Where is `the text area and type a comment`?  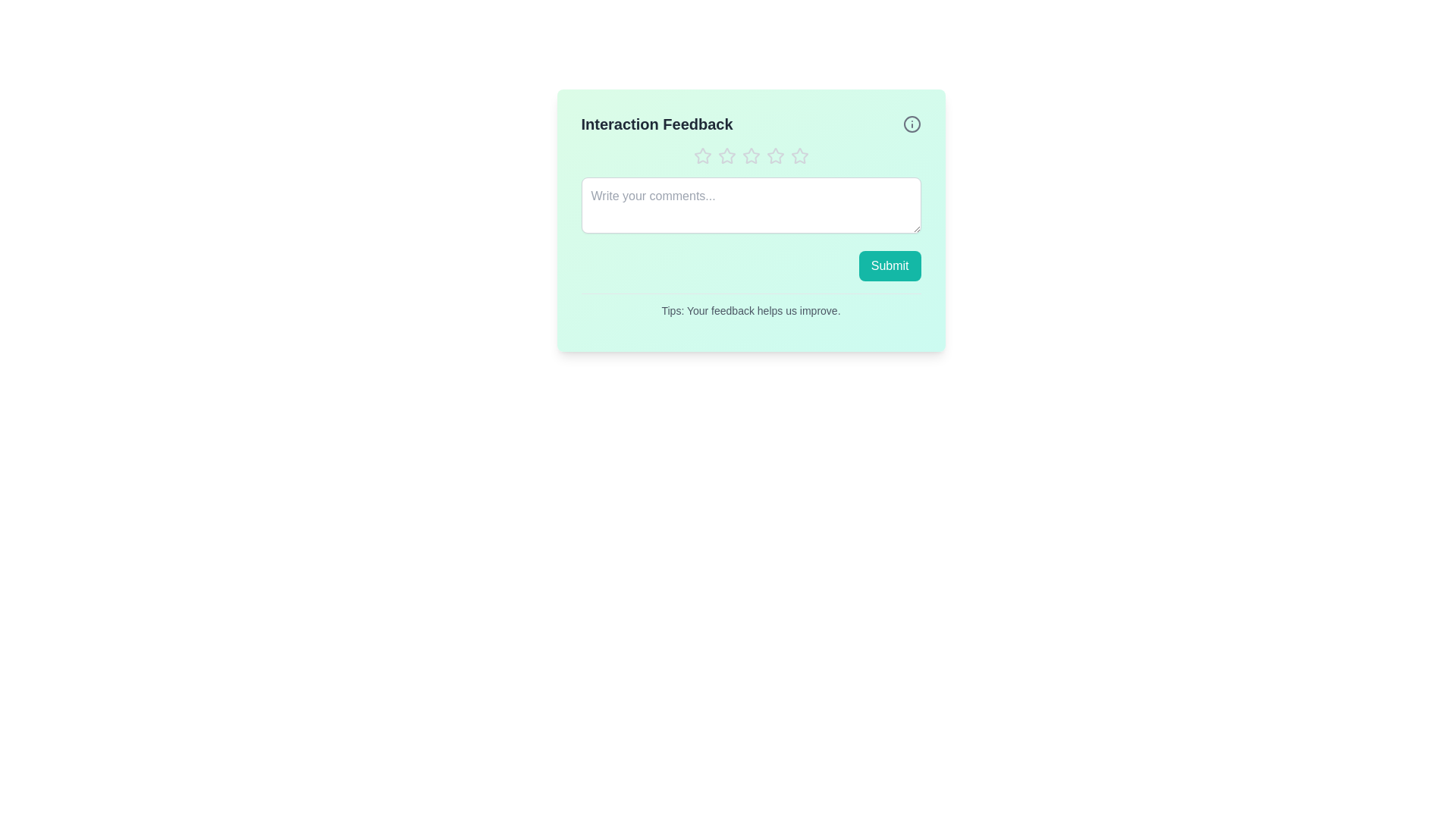
the text area and type a comment is located at coordinates (751, 205).